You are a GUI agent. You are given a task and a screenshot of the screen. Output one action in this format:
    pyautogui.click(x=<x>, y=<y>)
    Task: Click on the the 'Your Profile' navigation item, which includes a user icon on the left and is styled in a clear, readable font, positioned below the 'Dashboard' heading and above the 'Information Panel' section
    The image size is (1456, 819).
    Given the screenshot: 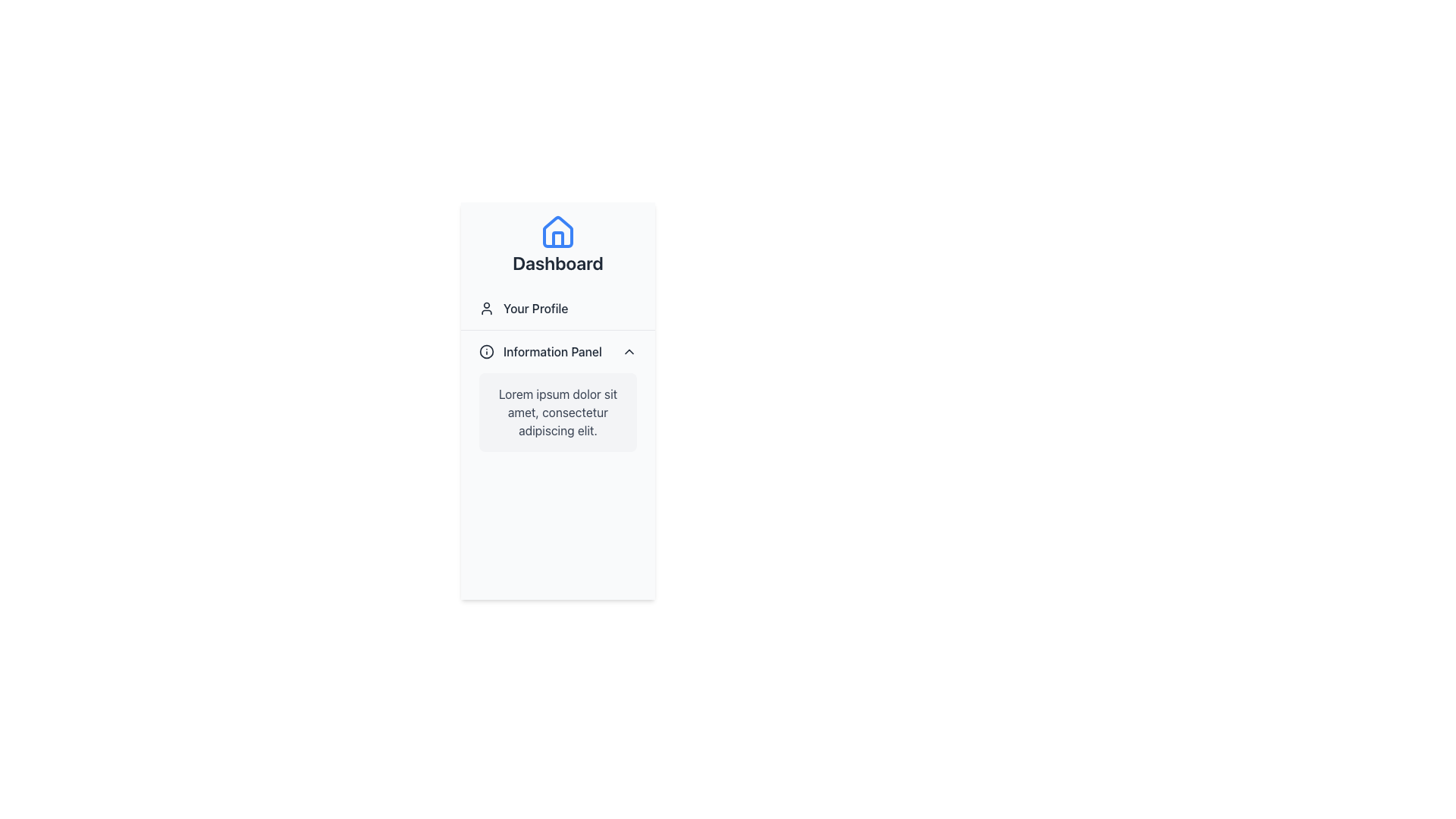 What is the action you would take?
    pyautogui.click(x=557, y=308)
    